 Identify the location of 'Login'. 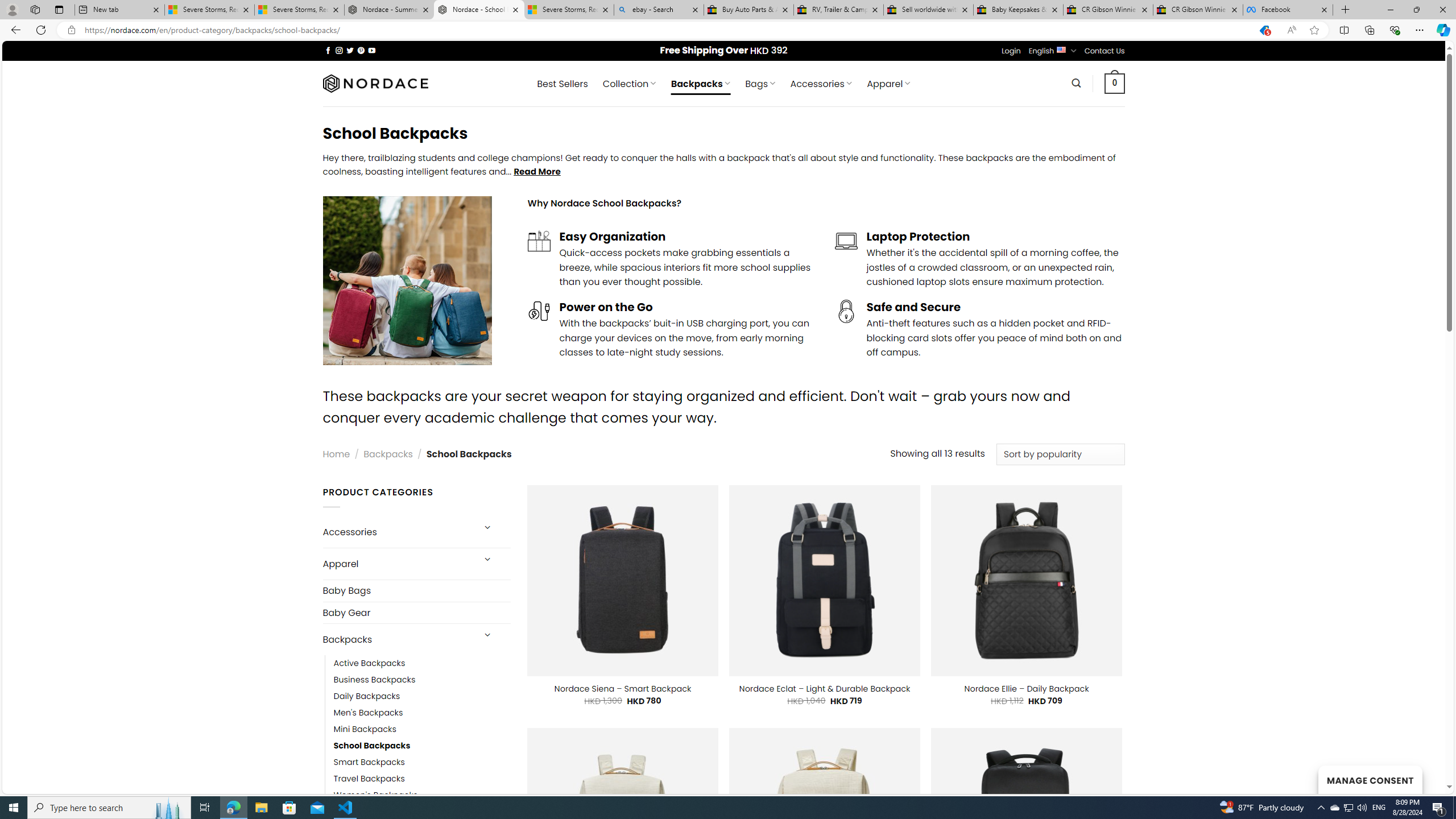
(1011, 51).